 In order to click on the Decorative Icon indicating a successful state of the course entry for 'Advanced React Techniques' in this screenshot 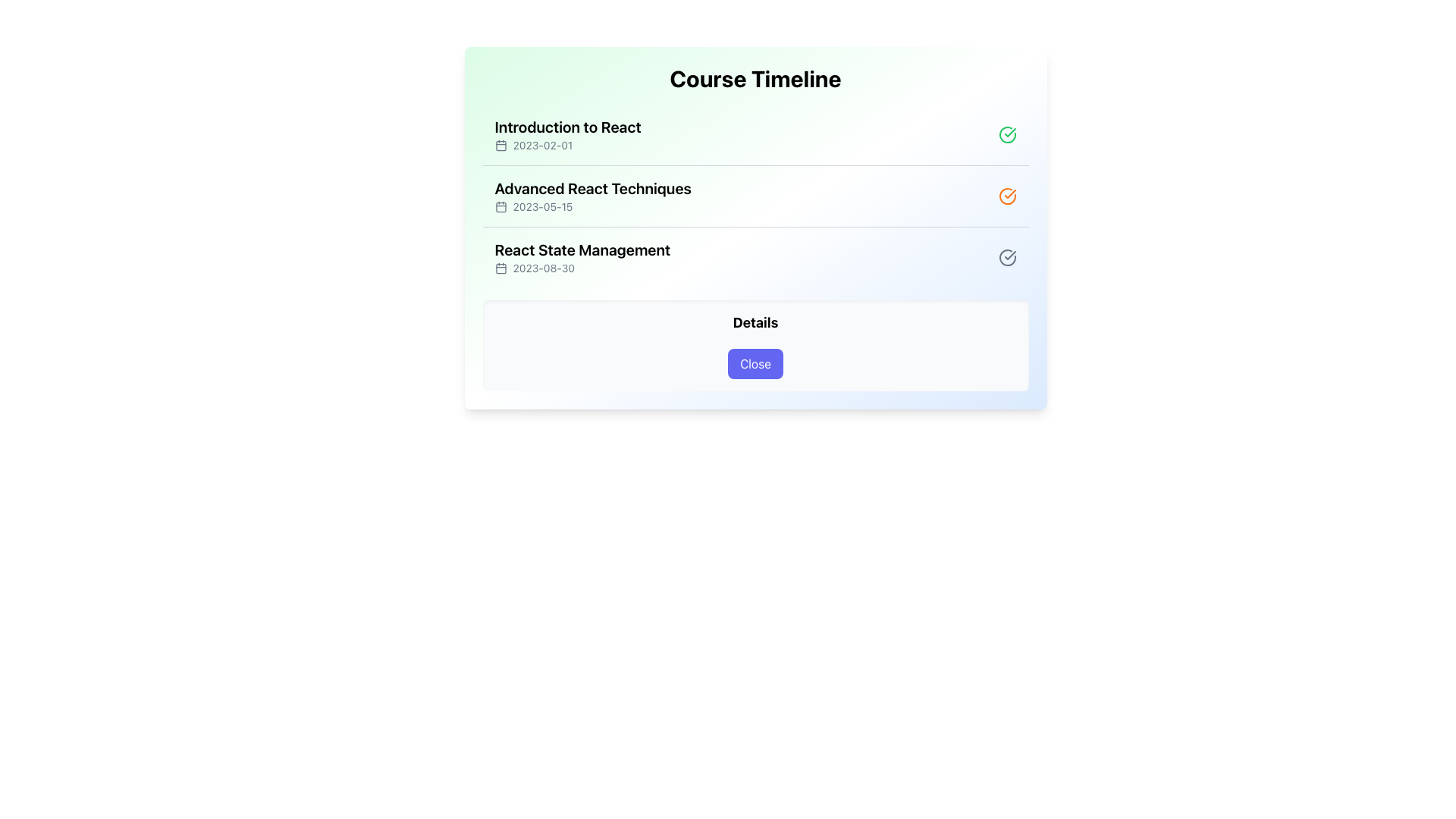, I will do `click(1007, 195)`.